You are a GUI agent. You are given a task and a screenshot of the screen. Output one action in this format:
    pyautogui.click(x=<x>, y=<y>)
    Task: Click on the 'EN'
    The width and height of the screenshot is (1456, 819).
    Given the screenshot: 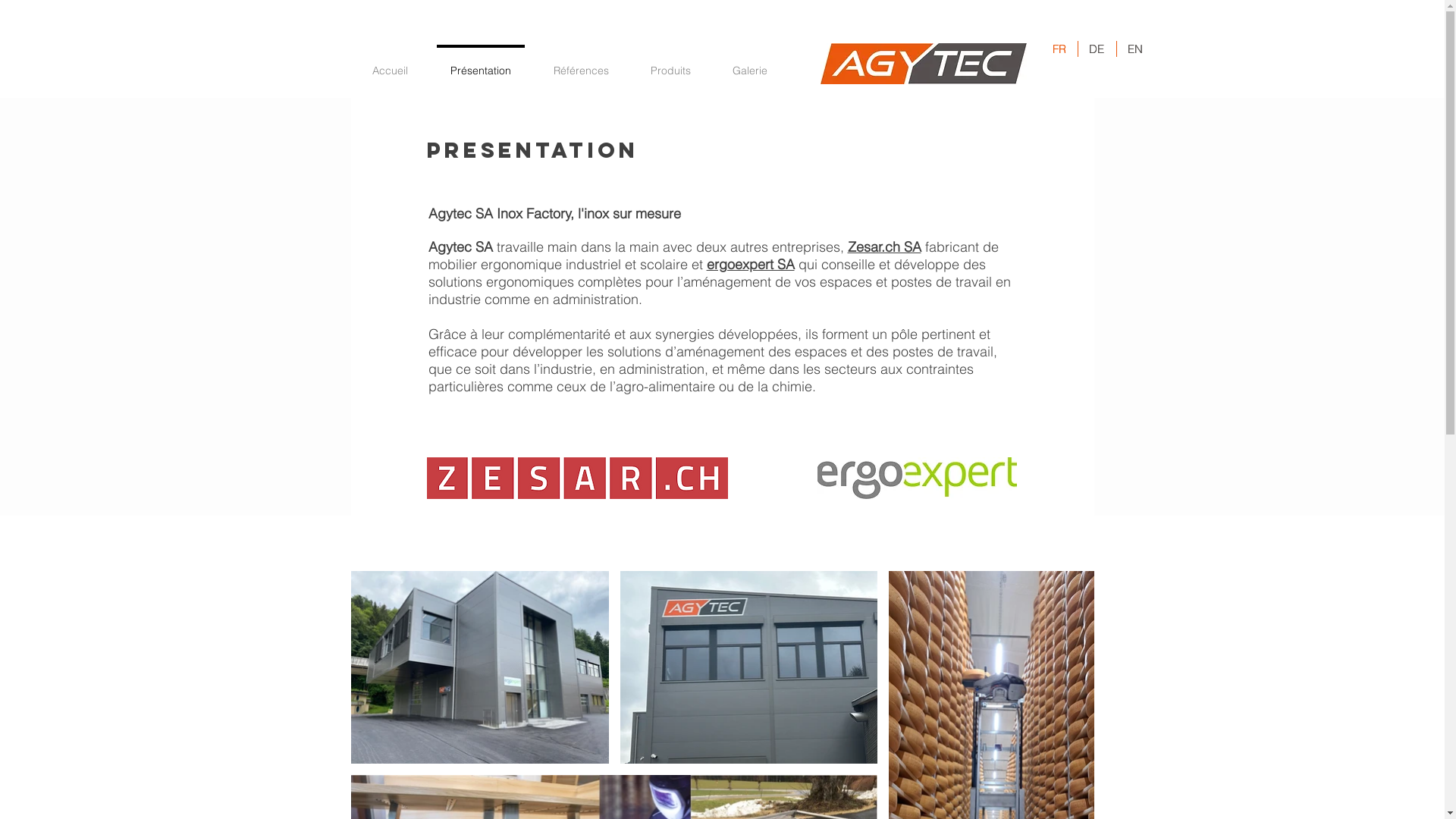 What is the action you would take?
    pyautogui.click(x=1116, y=48)
    